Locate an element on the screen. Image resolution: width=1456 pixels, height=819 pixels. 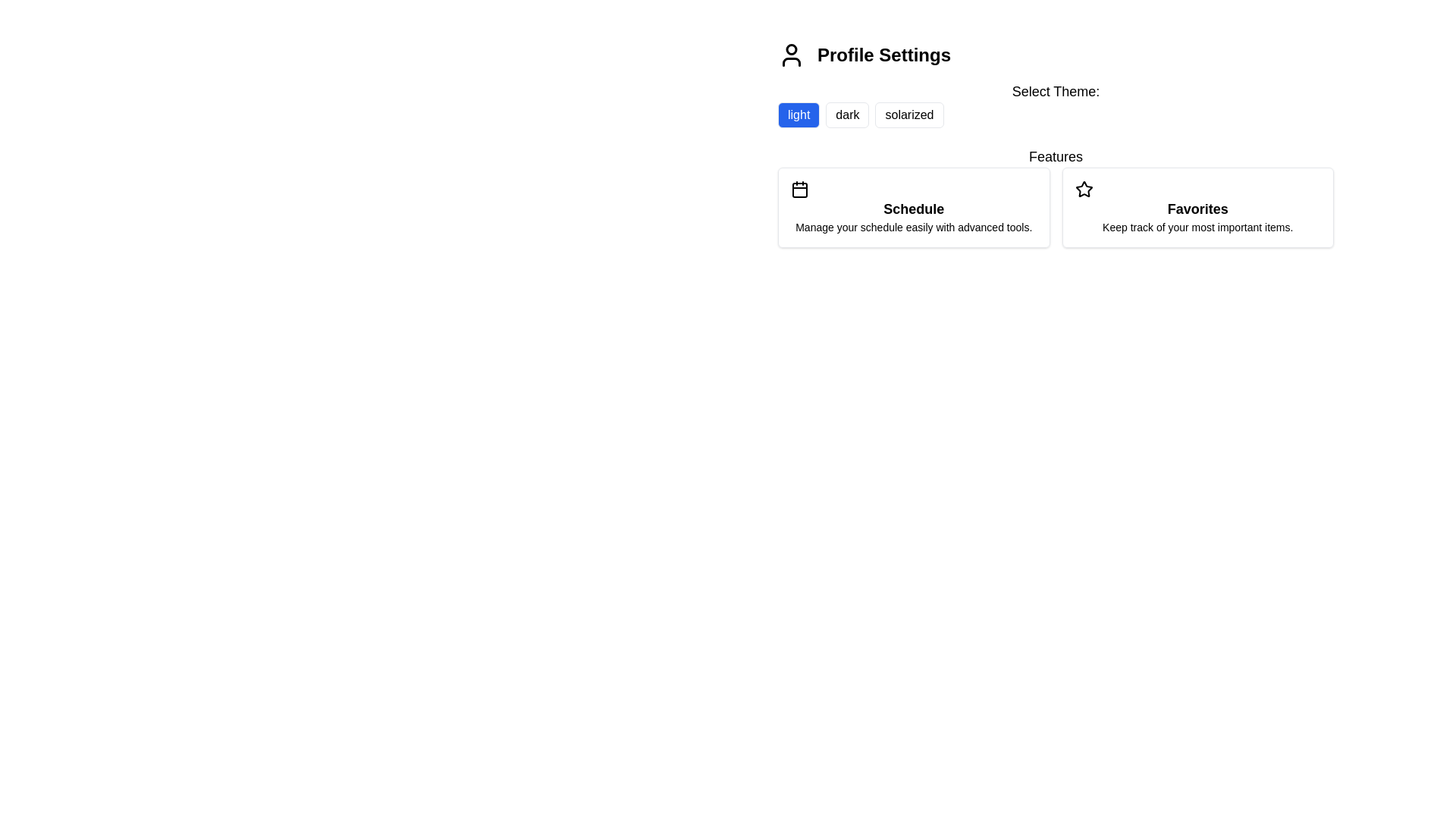
the star icon in the 'Favorites' section, which is outlined and located in the upper-left corner of the content block is located at coordinates (1083, 189).